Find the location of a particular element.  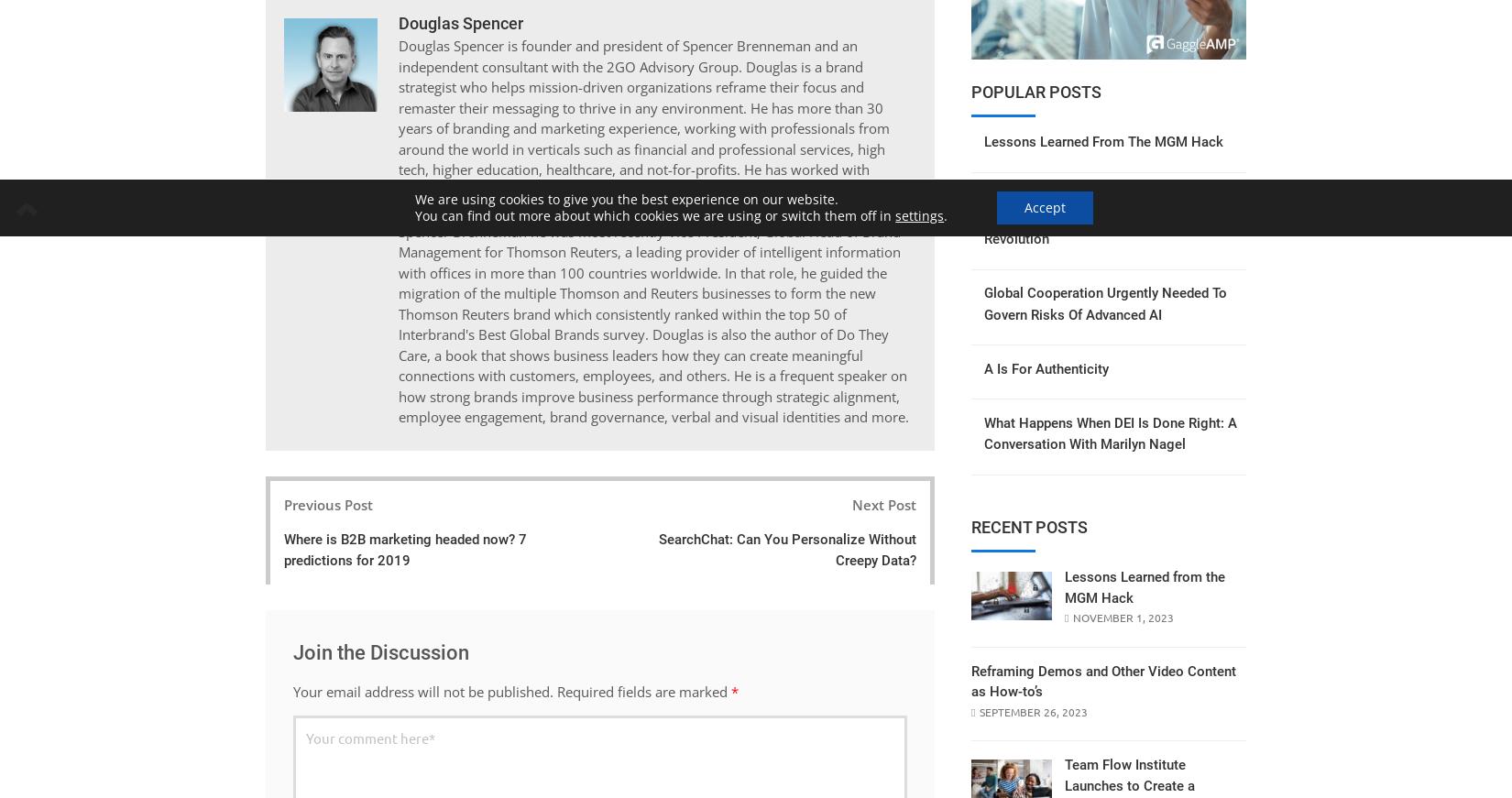

'Douglas Spencer' is located at coordinates (458, 21).